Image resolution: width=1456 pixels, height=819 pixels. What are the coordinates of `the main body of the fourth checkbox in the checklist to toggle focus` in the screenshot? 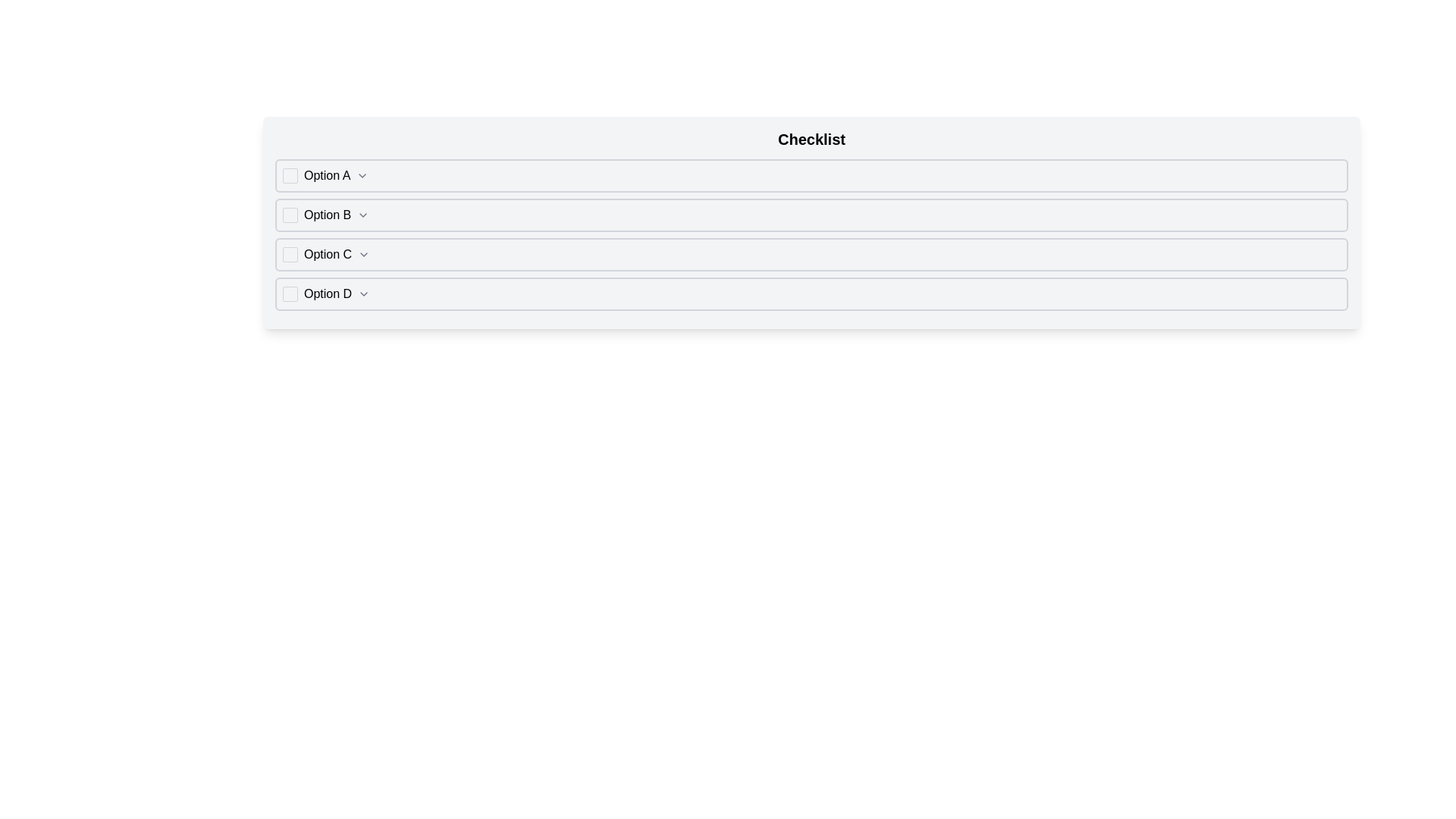 It's located at (811, 294).